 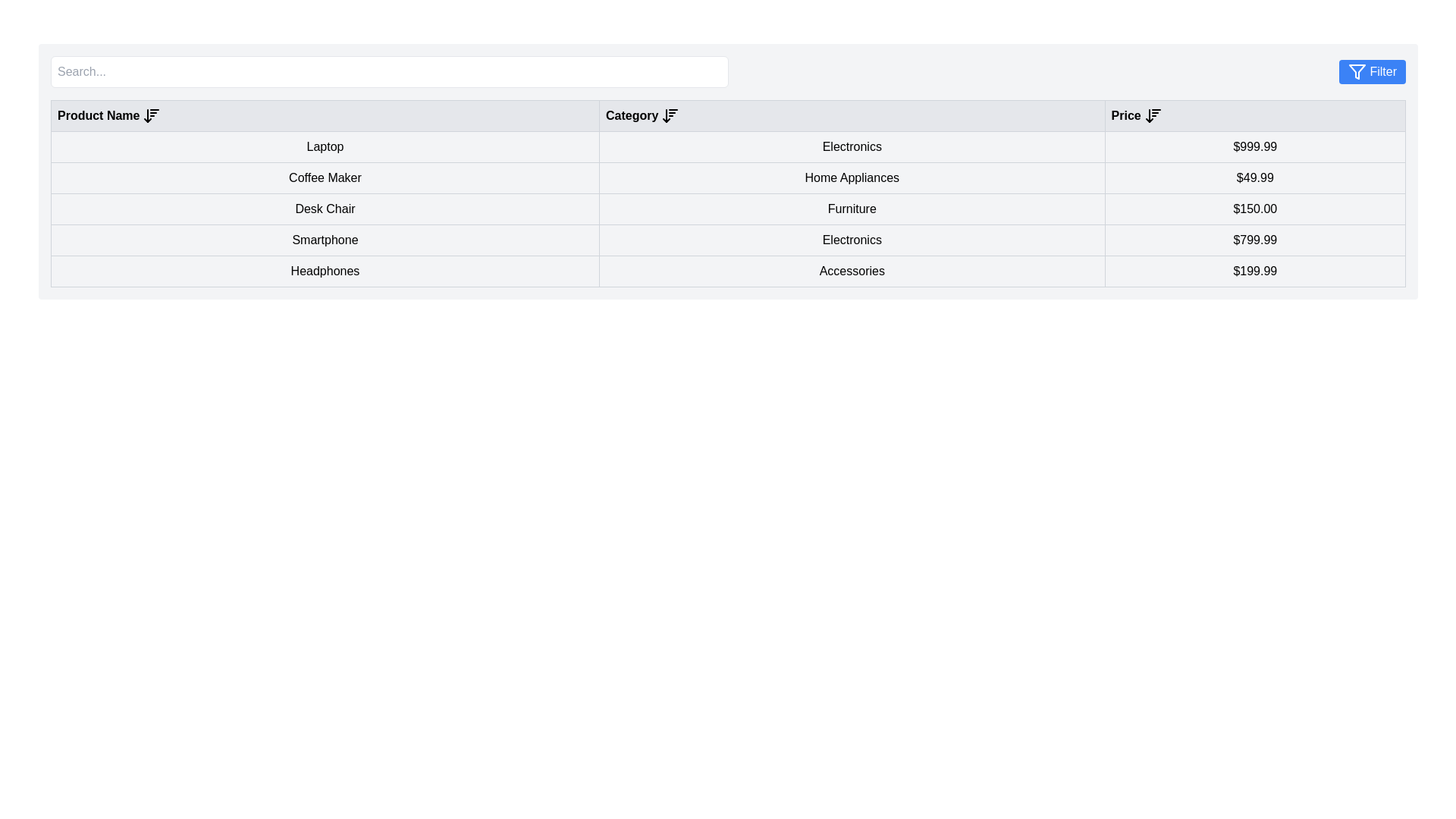 I want to click on the filter icon located in the top-right corner of the interface, so click(x=1357, y=72).